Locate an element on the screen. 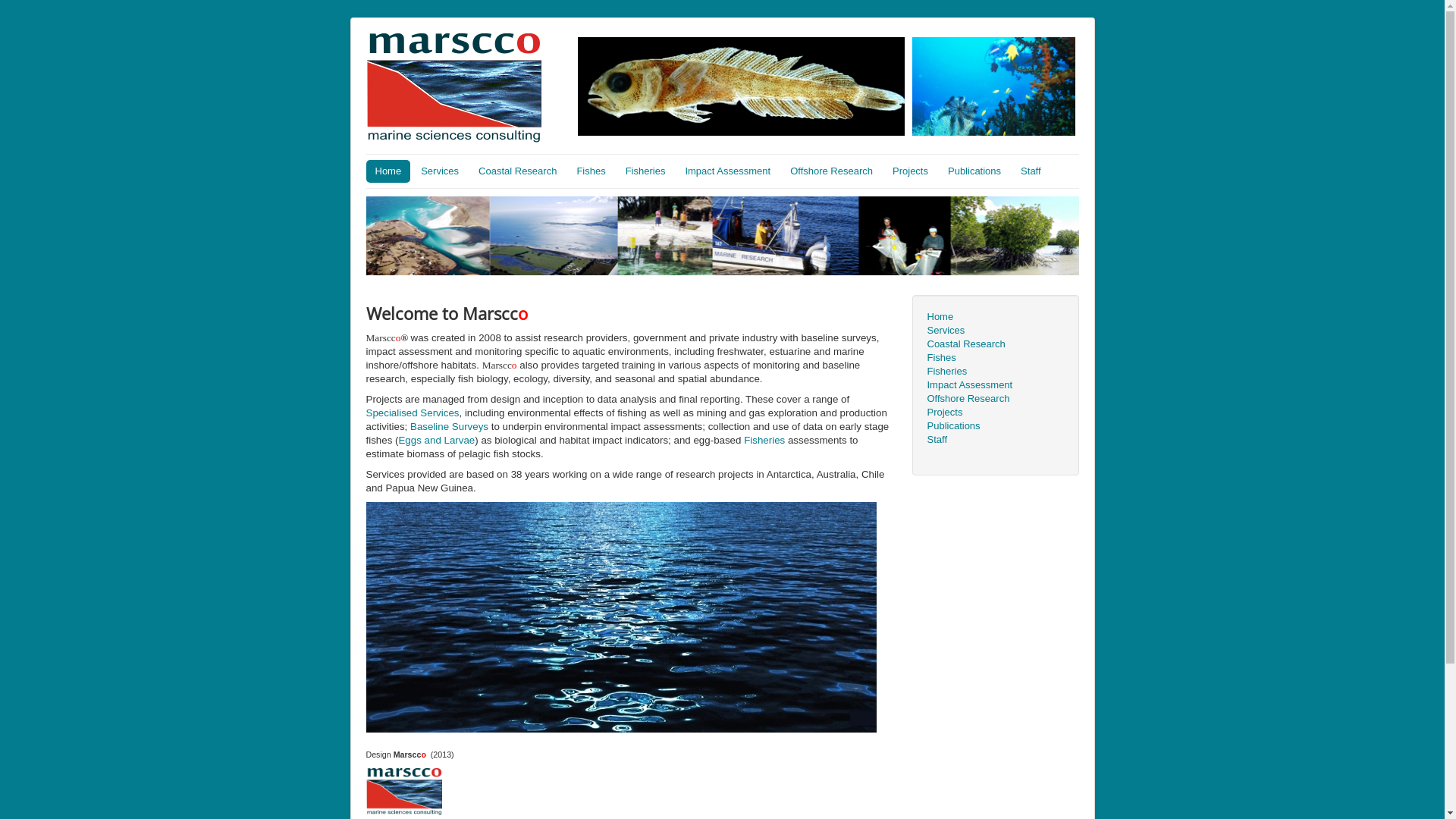 Image resolution: width=1456 pixels, height=819 pixels. 'Services' is located at coordinates (439, 171).